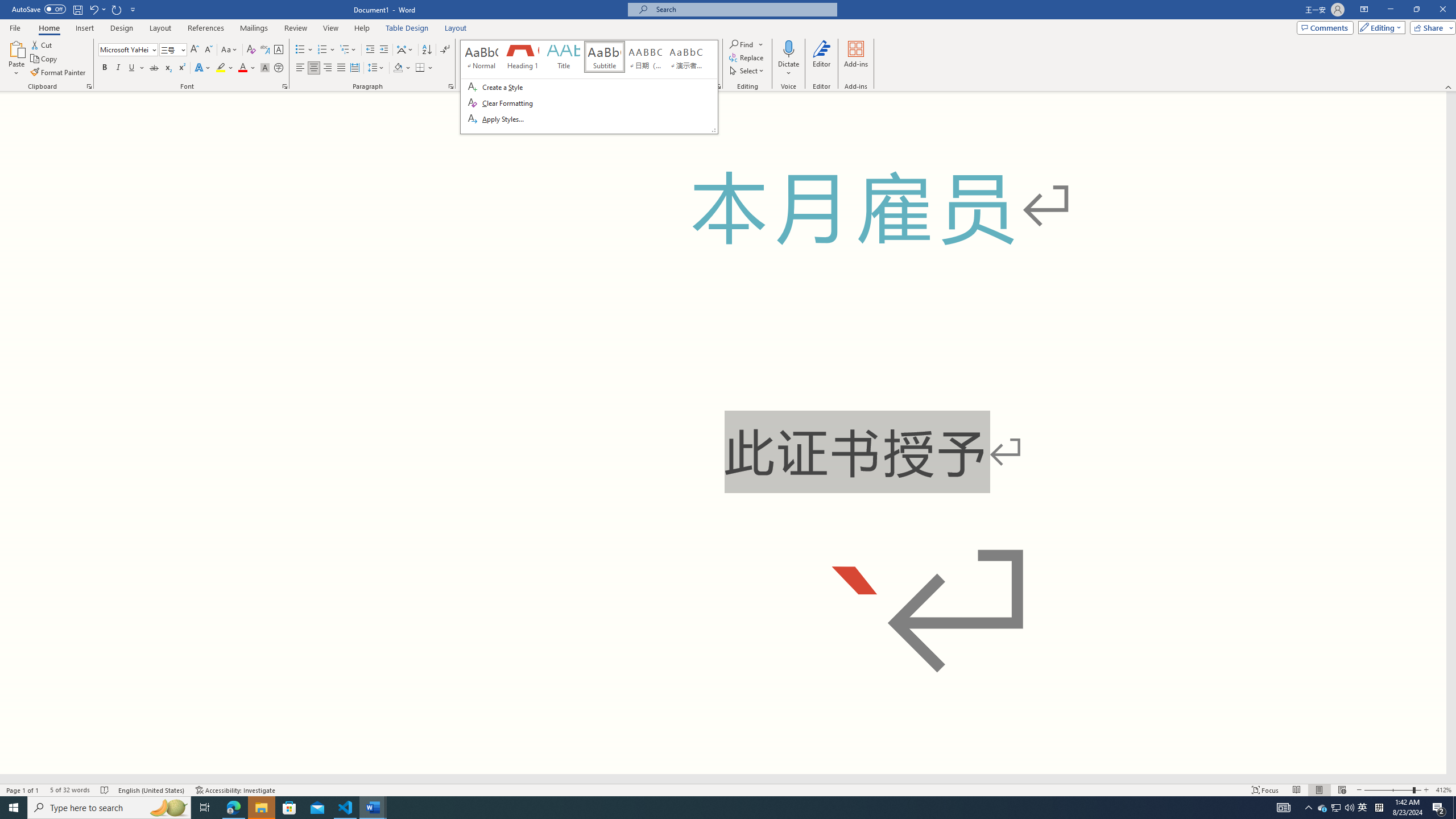  I want to click on 'Word - 2 running windows', so click(373, 806).